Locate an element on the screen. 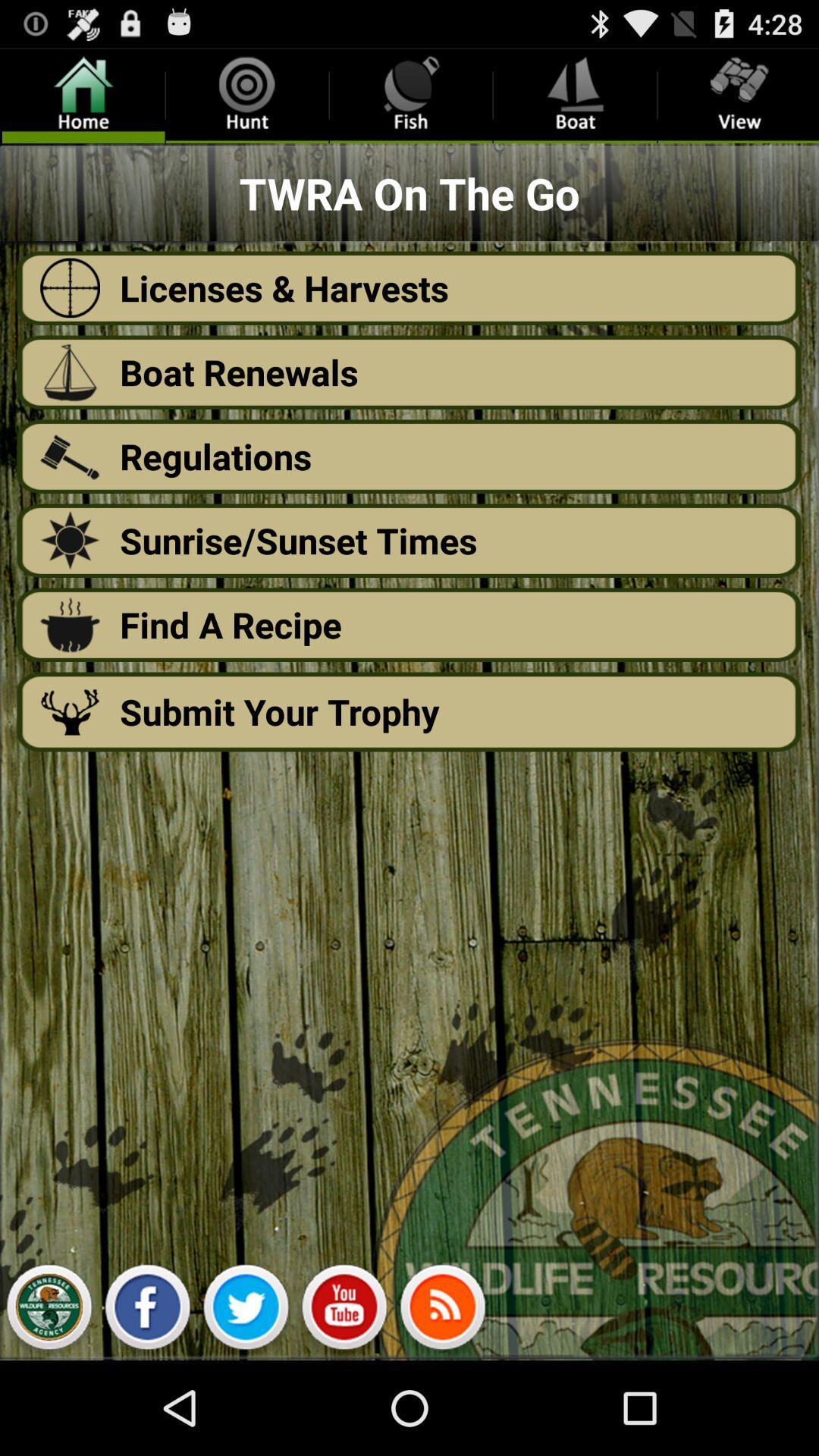  youtube page is located at coordinates (344, 1310).